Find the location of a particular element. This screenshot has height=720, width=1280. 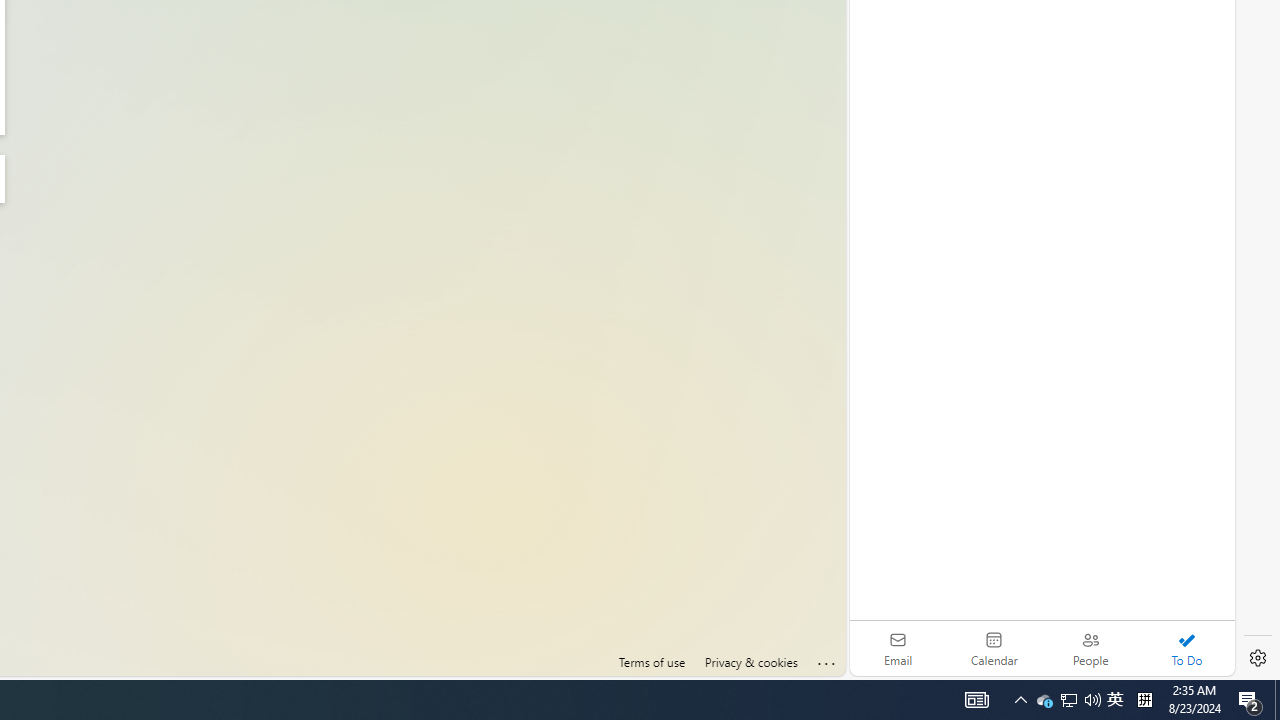

'Email' is located at coordinates (897, 648).